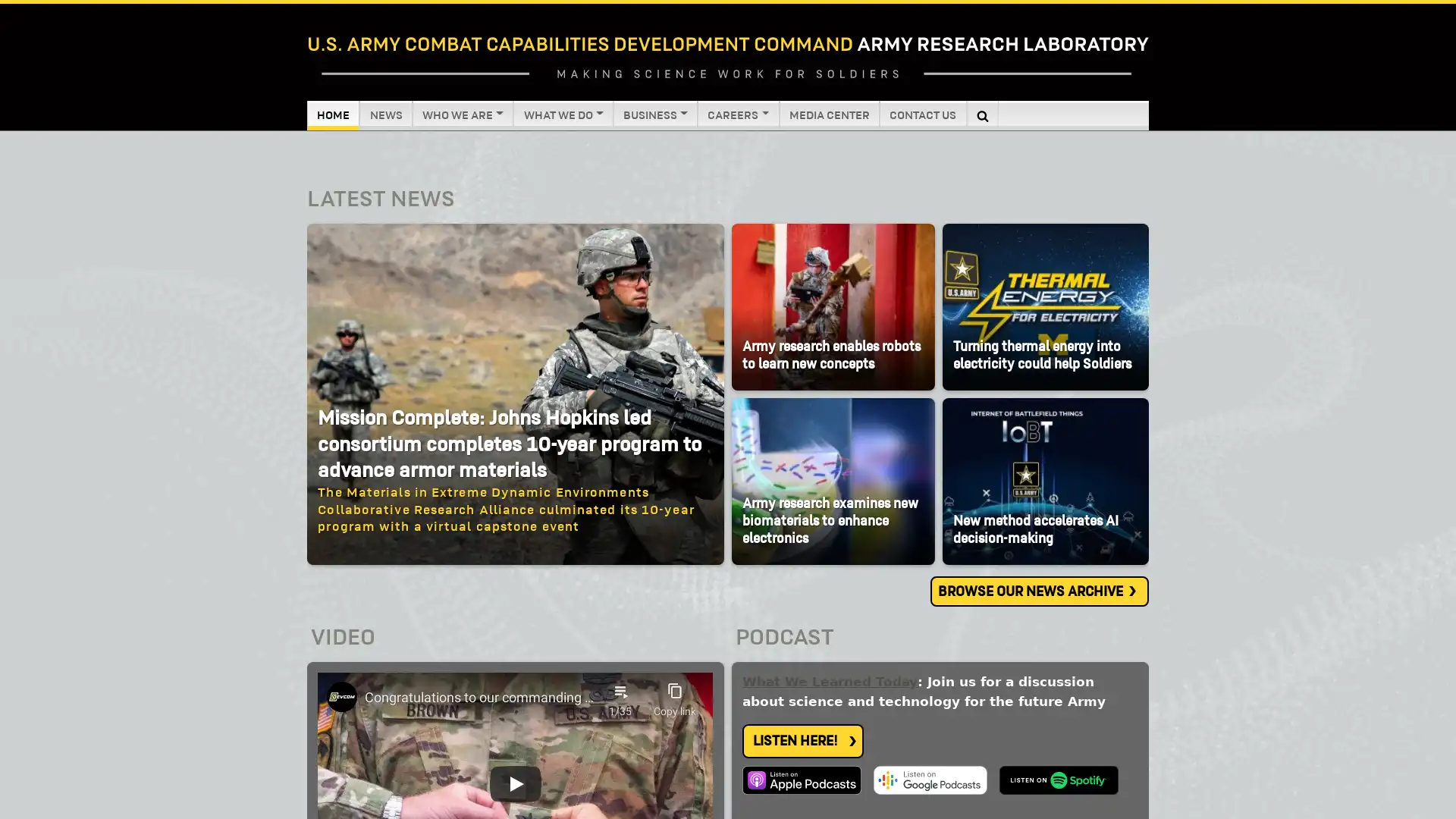 This screenshot has width=1456, height=819. Describe the element at coordinates (385, 115) in the screenshot. I see `NEWS` at that location.